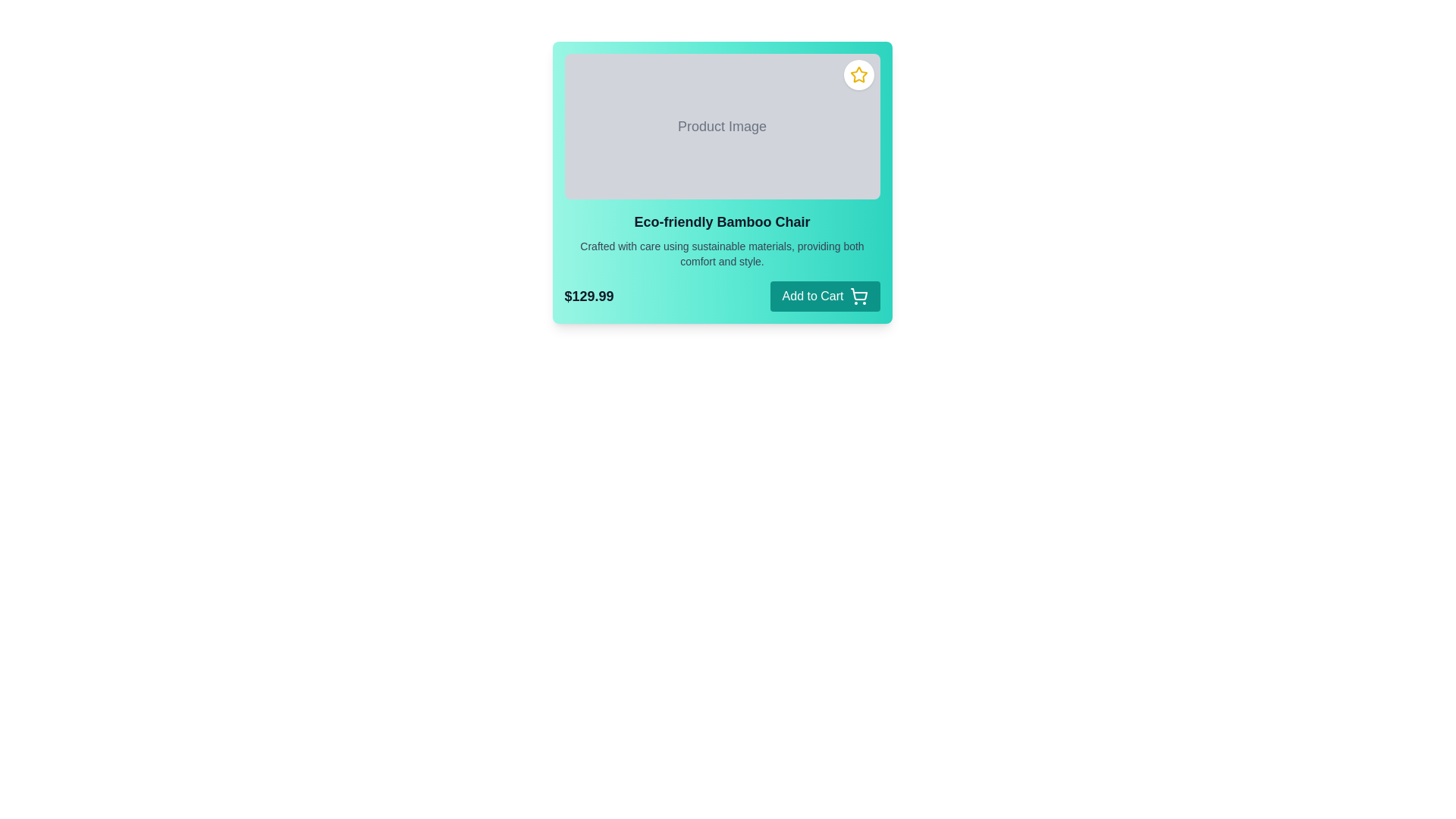 The height and width of the screenshot is (819, 1456). Describe the element at coordinates (721, 253) in the screenshot. I see `the text block that provides a descriptive summary of the product, located below the title 'Eco-friendly Bamboo Chair' in the product card` at that location.